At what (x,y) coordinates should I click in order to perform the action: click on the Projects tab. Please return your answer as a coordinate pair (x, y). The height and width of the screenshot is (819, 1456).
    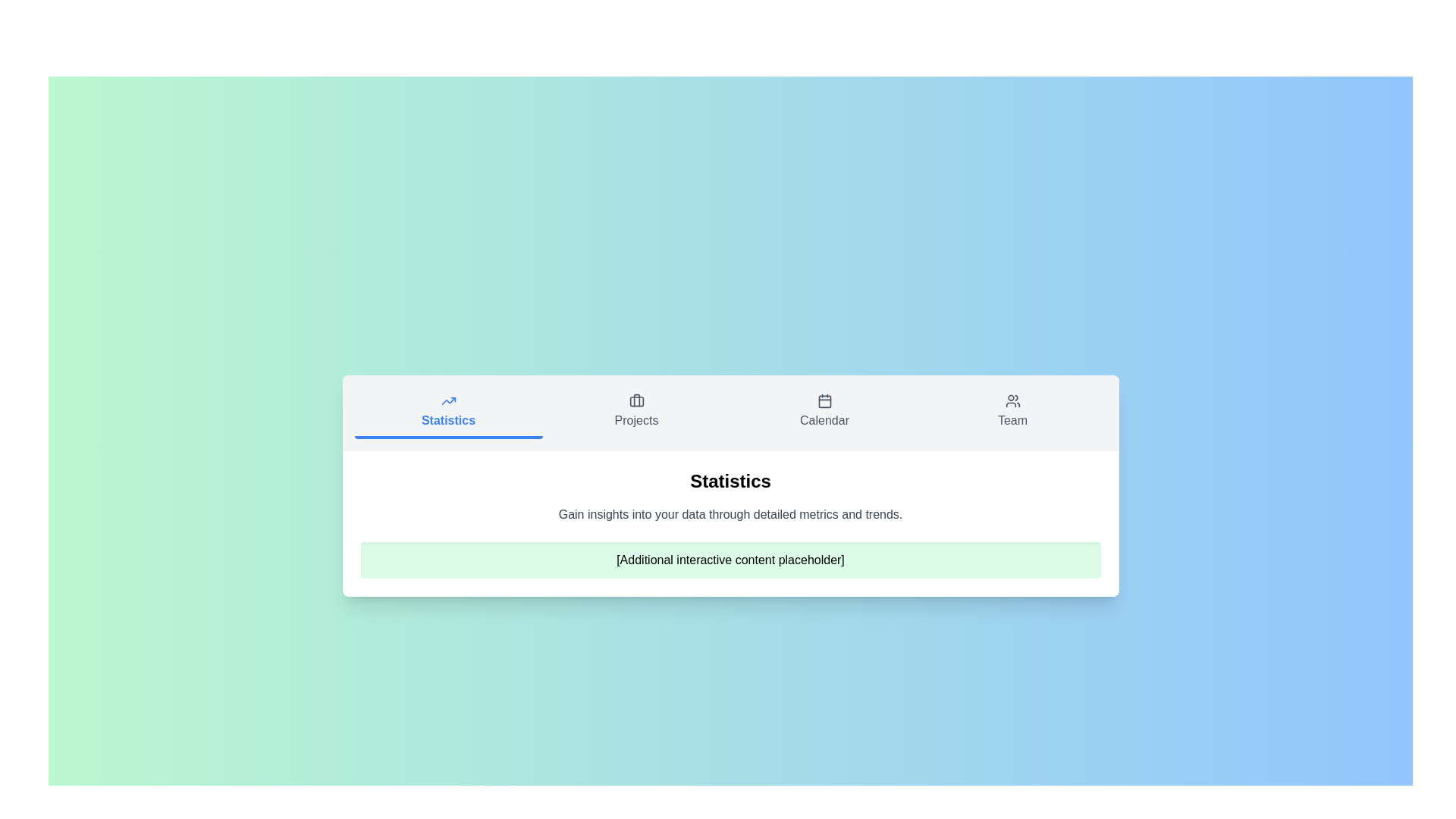
    Looking at the image, I should click on (636, 413).